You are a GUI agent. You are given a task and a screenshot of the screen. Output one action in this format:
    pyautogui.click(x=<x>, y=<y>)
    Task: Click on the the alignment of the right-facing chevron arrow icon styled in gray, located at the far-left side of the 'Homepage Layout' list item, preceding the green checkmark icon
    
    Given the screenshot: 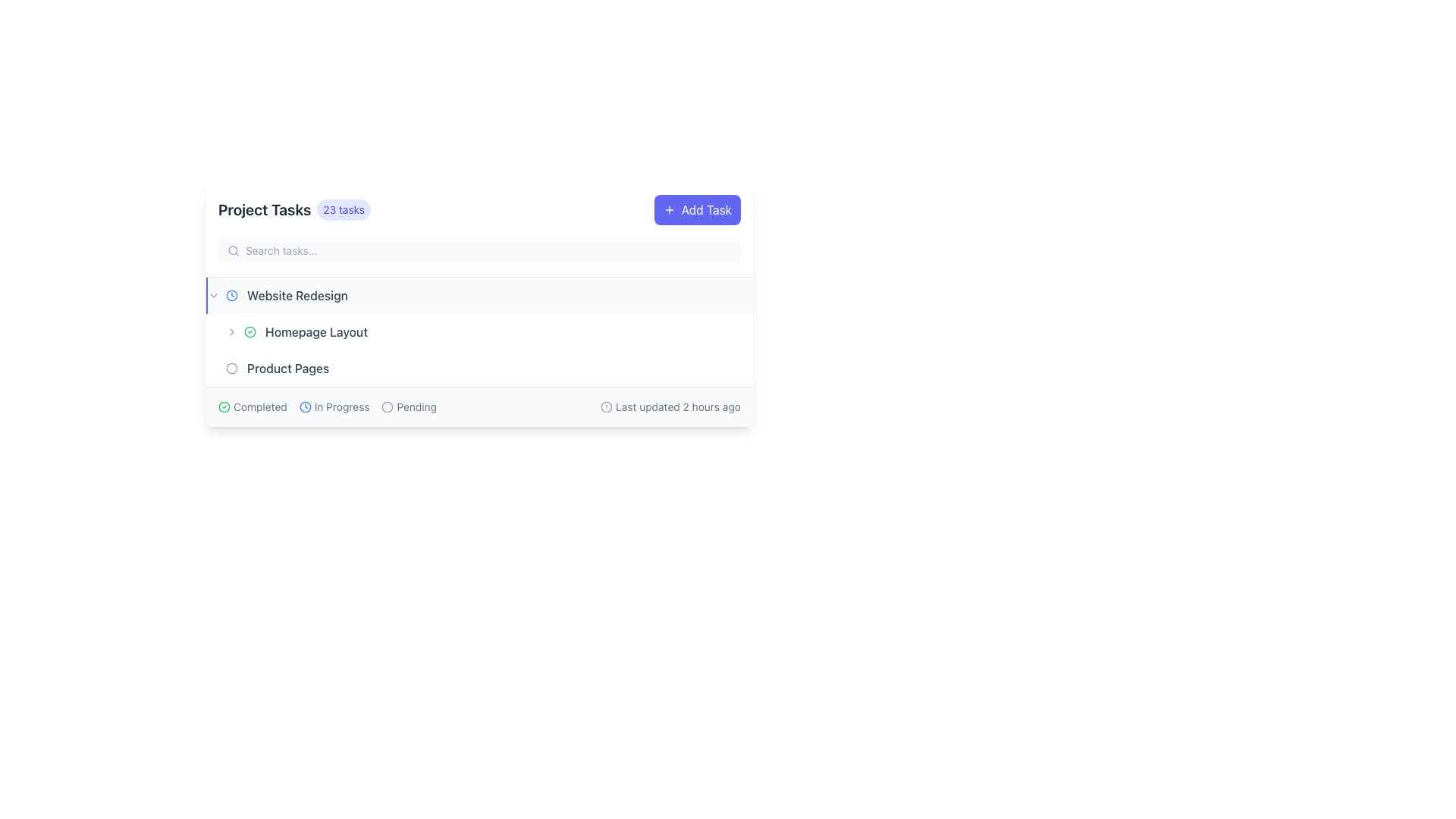 What is the action you would take?
    pyautogui.click(x=231, y=331)
    